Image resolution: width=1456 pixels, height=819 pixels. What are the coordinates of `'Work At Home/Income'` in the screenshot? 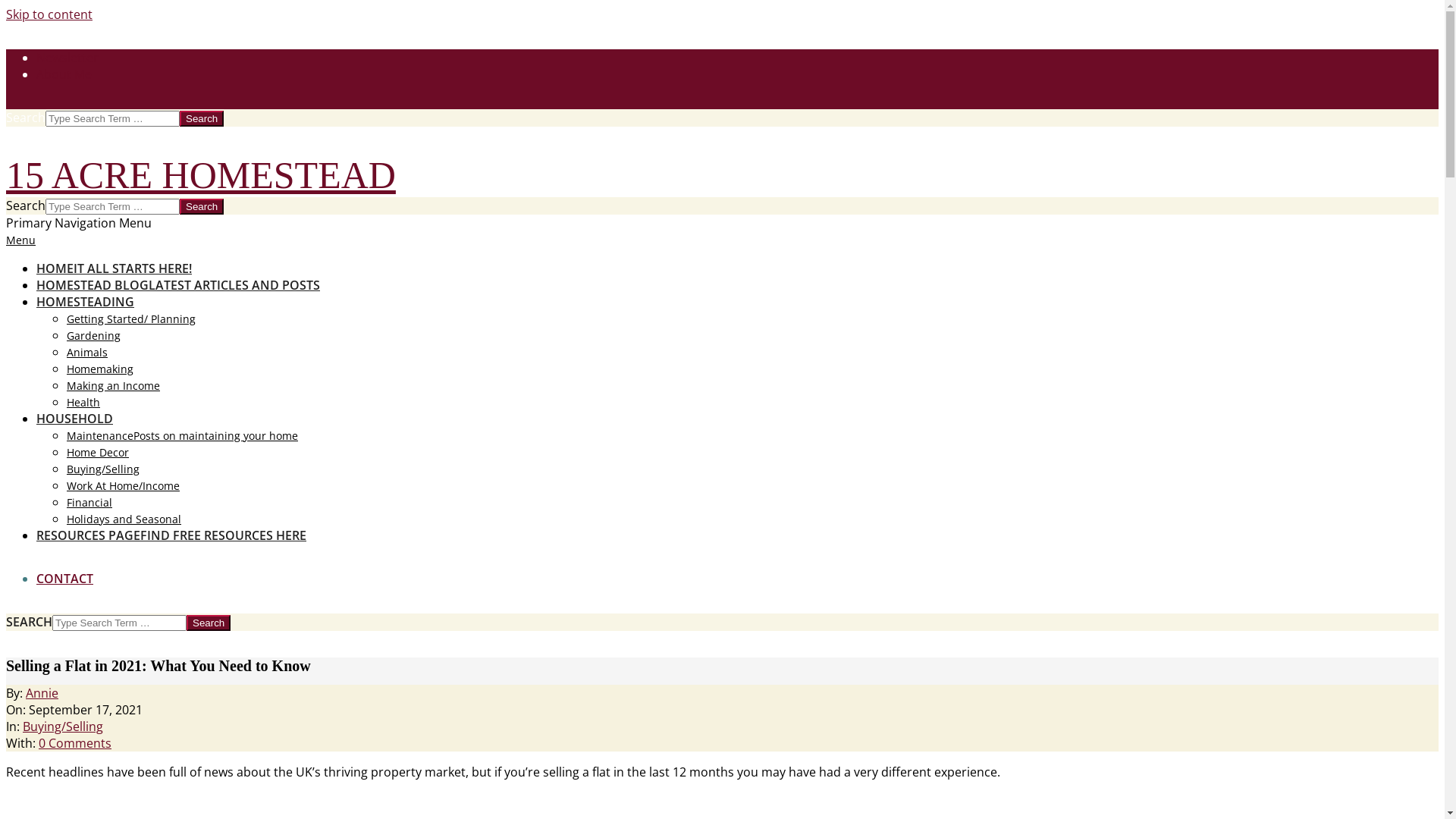 It's located at (123, 485).